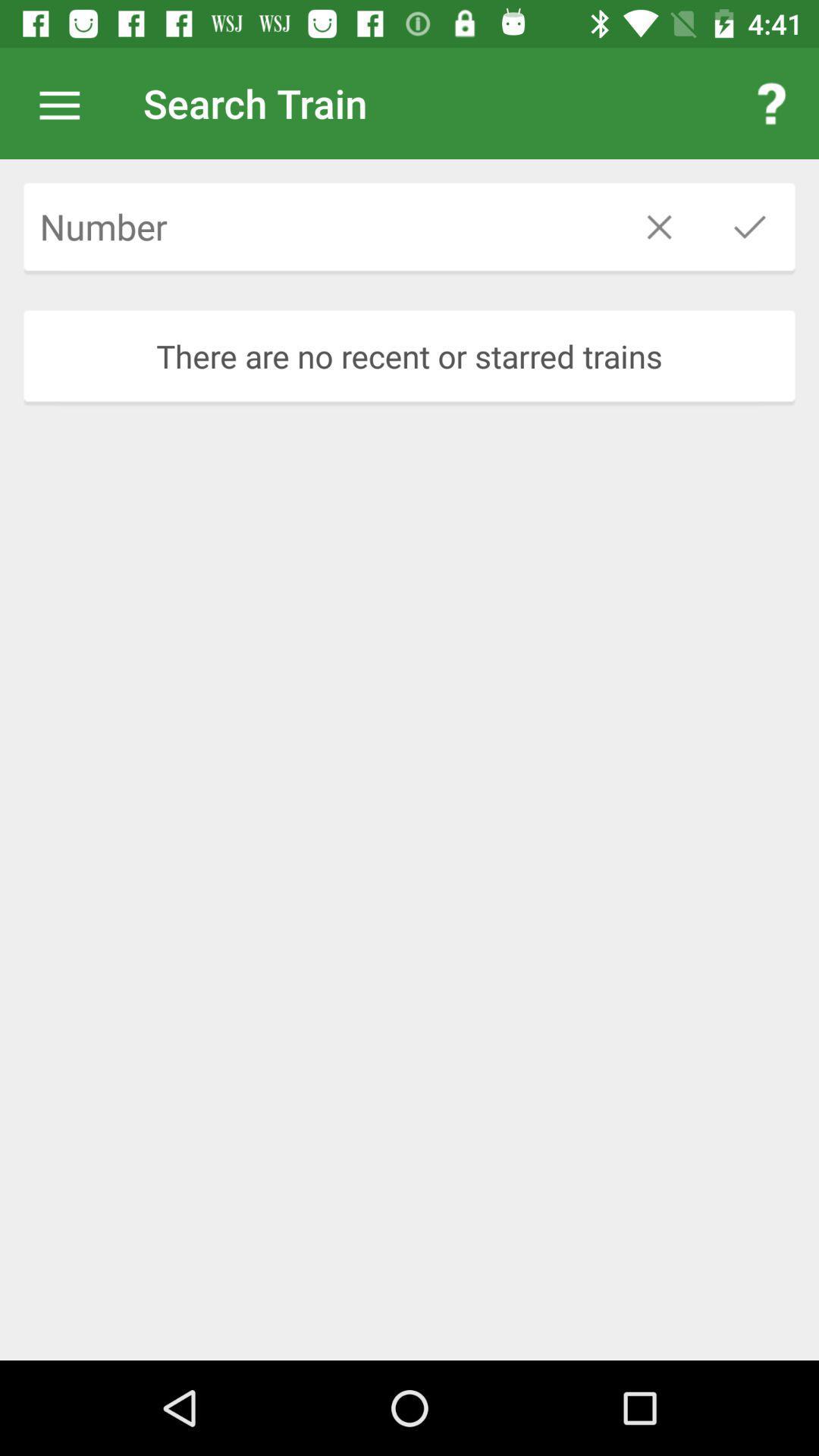 The width and height of the screenshot is (819, 1456). Describe the element at coordinates (748, 226) in the screenshot. I see `the check icon` at that location.